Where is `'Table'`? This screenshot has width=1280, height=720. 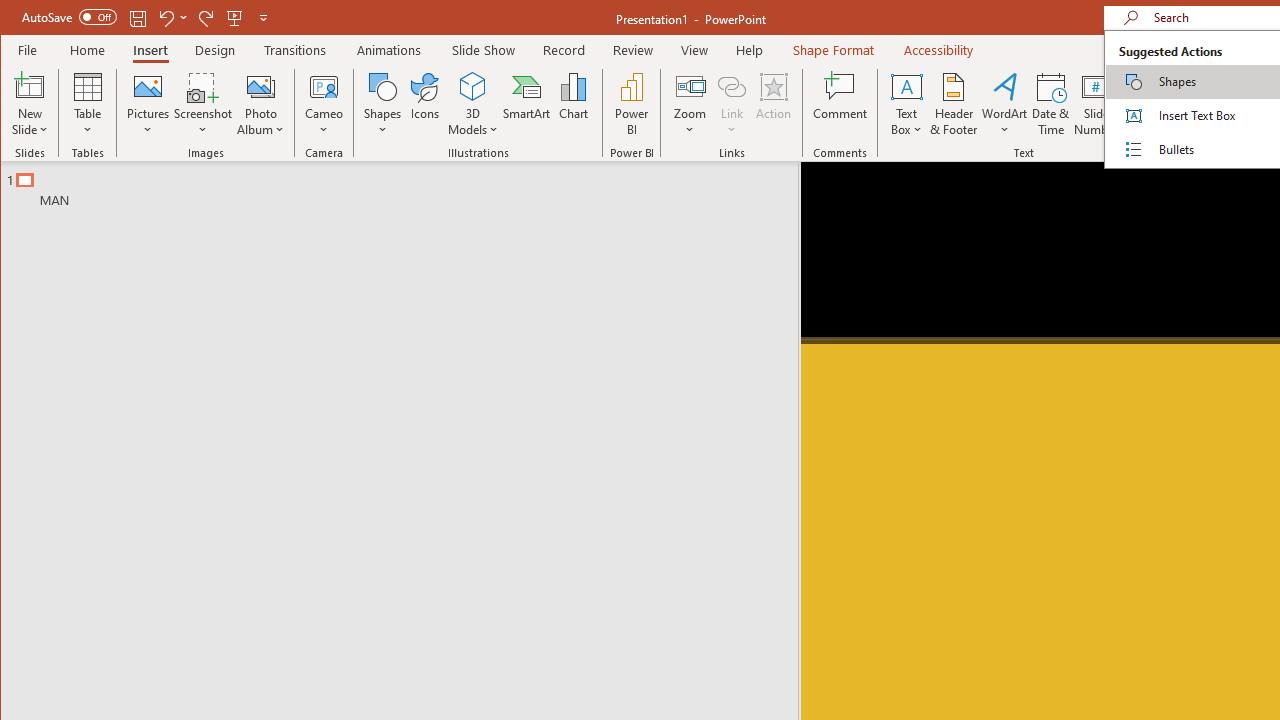
'Table' is located at coordinates (86, 104).